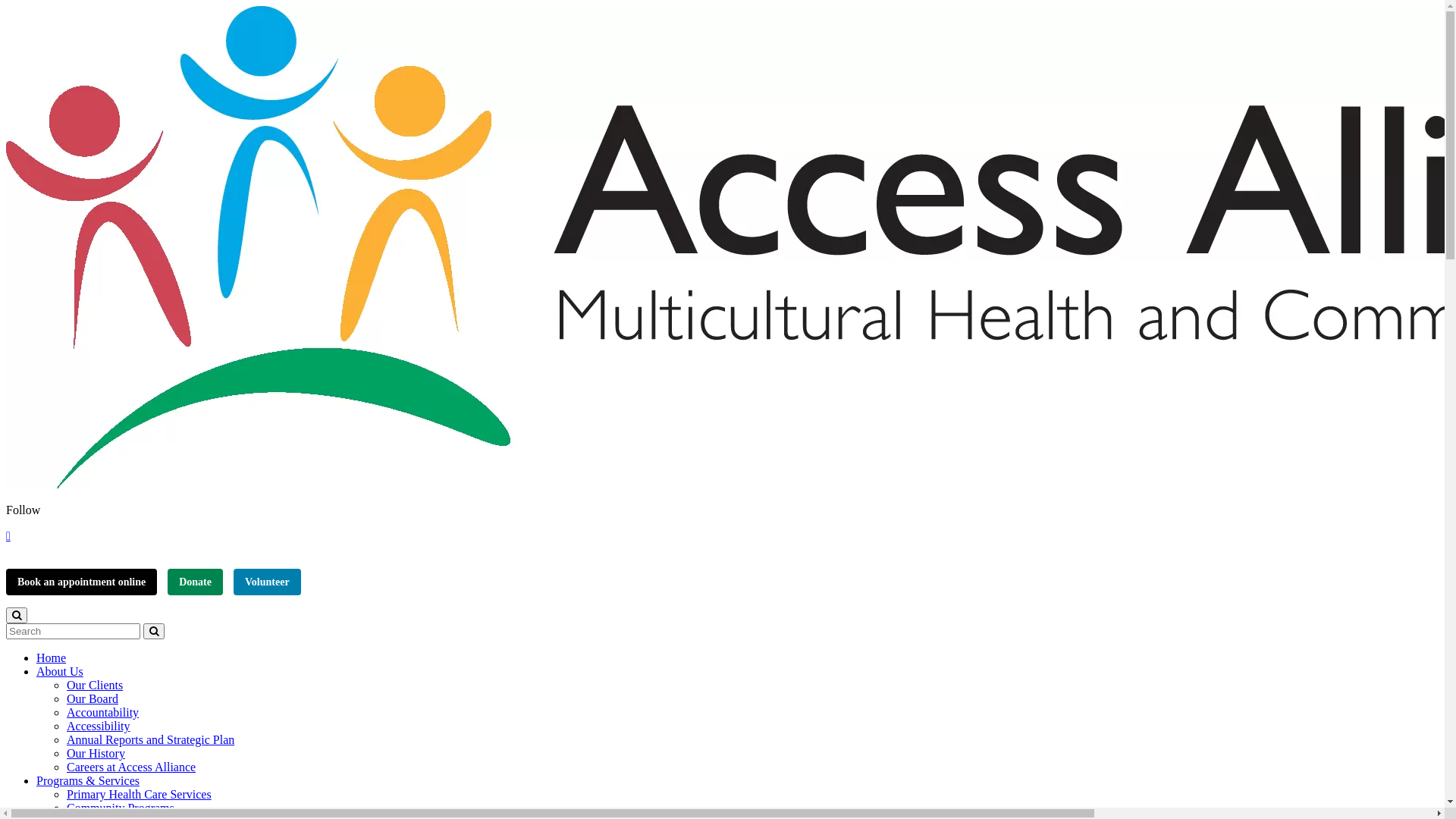 The width and height of the screenshot is (1456, 819). Describe the element at coordinates (65, 767) in the screenshot. I see `'Careers at Access Alliance'` at that location.